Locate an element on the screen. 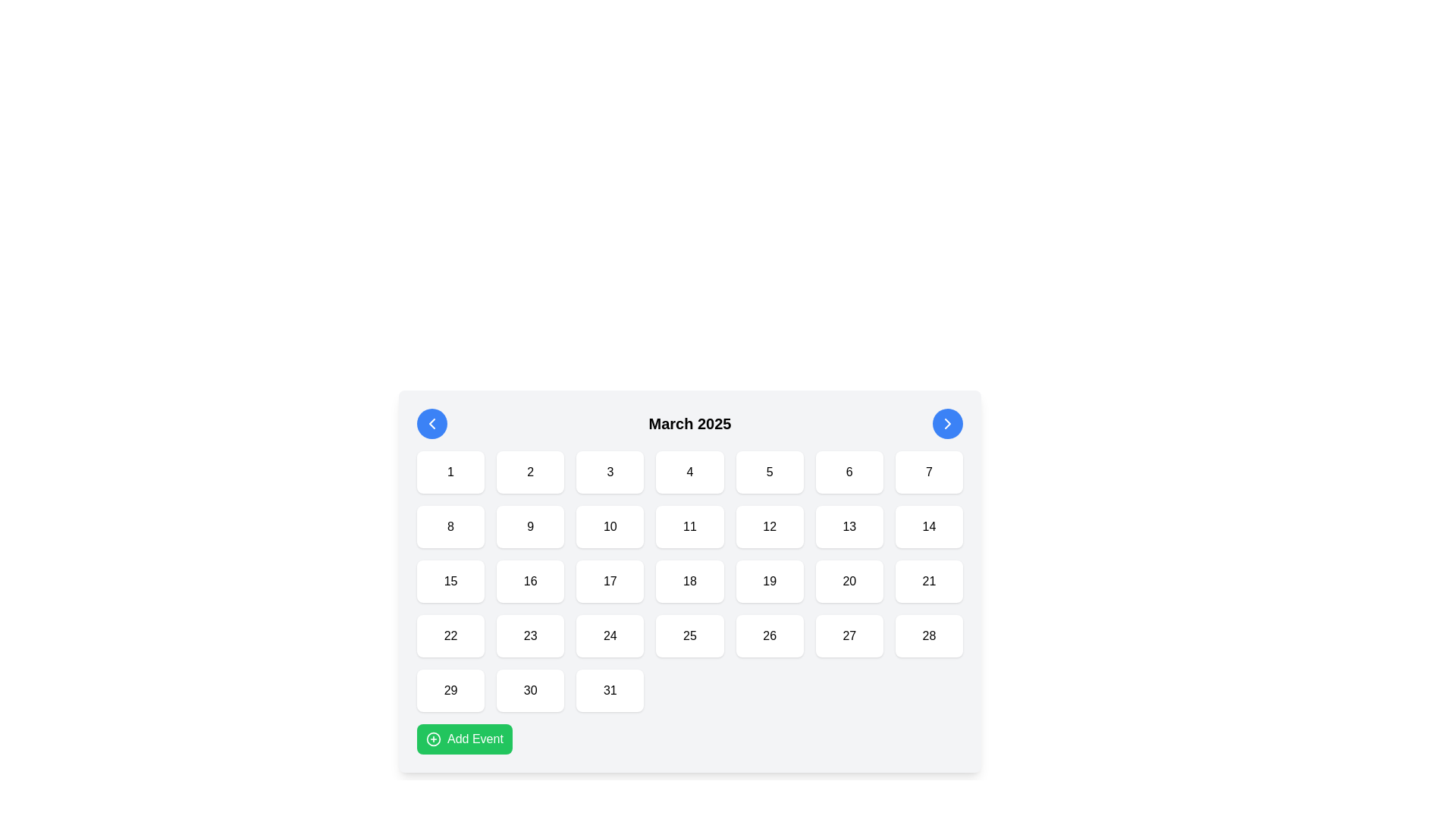 The image size is (1456, 819). the tile representing the date '19' in the calendar grid for March 2025 is located at coordinates (770, 581).